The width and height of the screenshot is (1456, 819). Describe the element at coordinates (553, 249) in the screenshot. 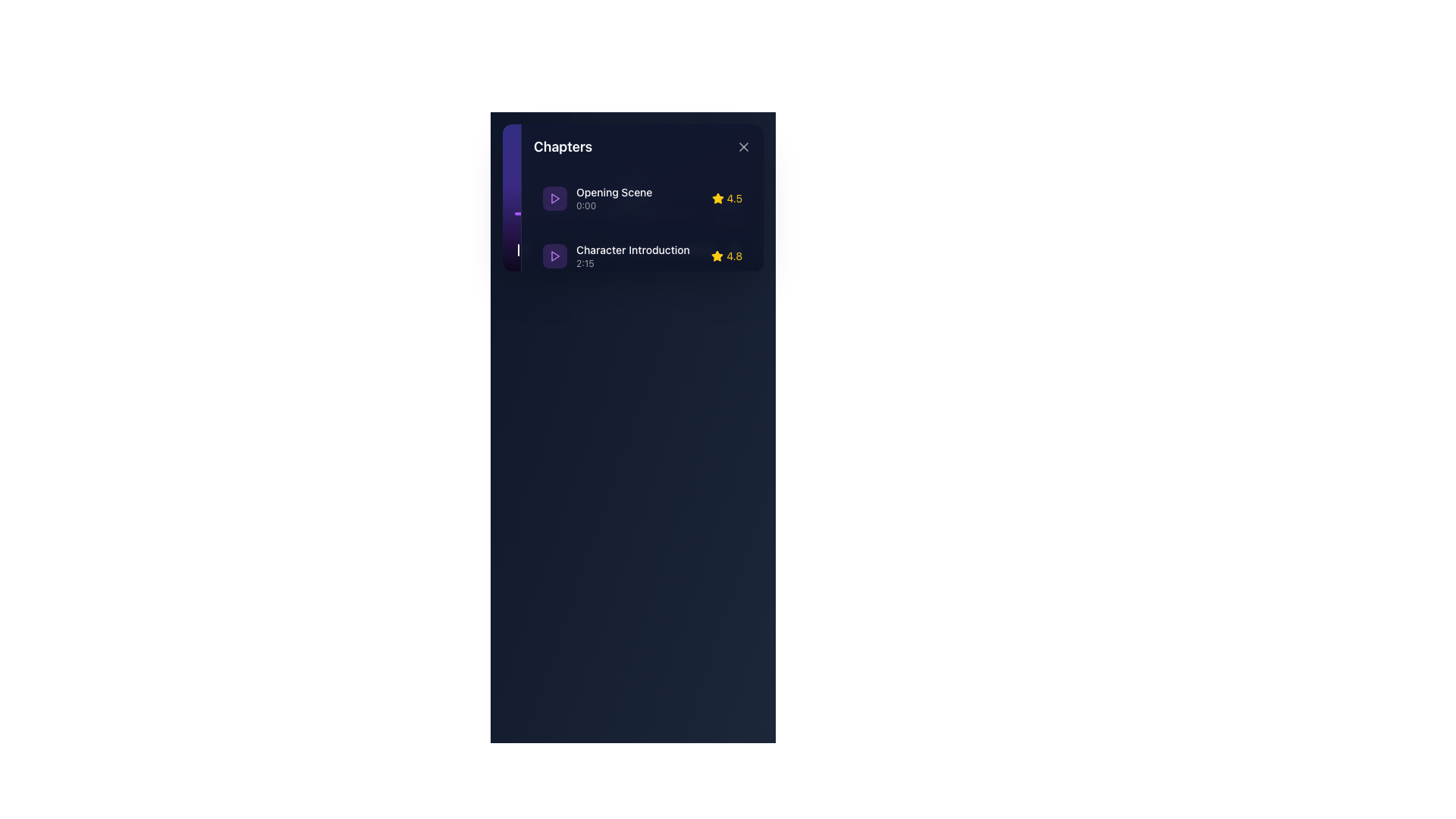

I see `the triangular play icon styled with purple hues to play the second chapter titled 'Character Introduction'` at that location.